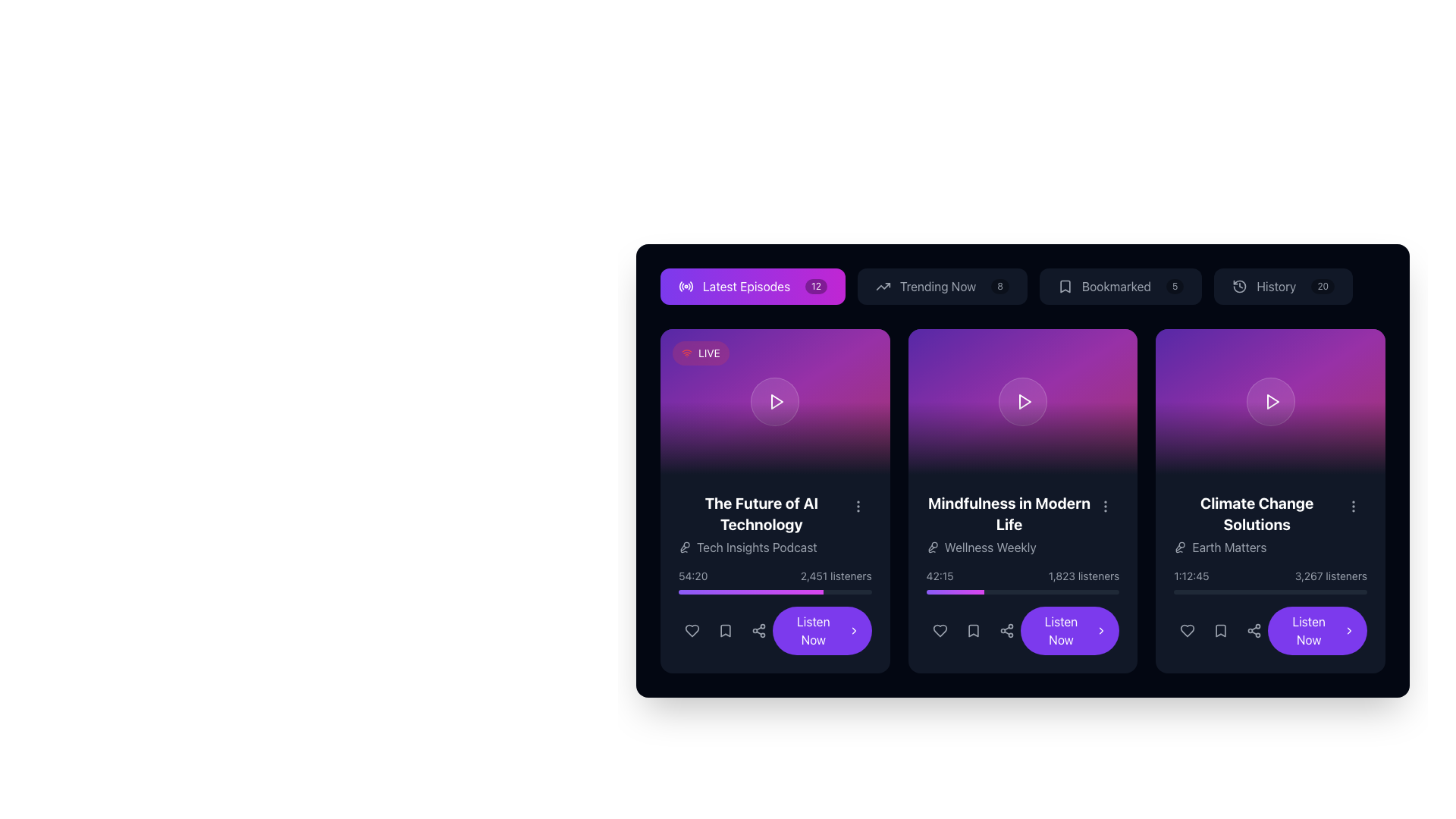  I want to click on the progress of the horizontal progress bar with a violet-to-fuchsia gradient, located beneath the '54:20' timestamp and above the footer area in the leftmost card of the grid, so click(775, 591).